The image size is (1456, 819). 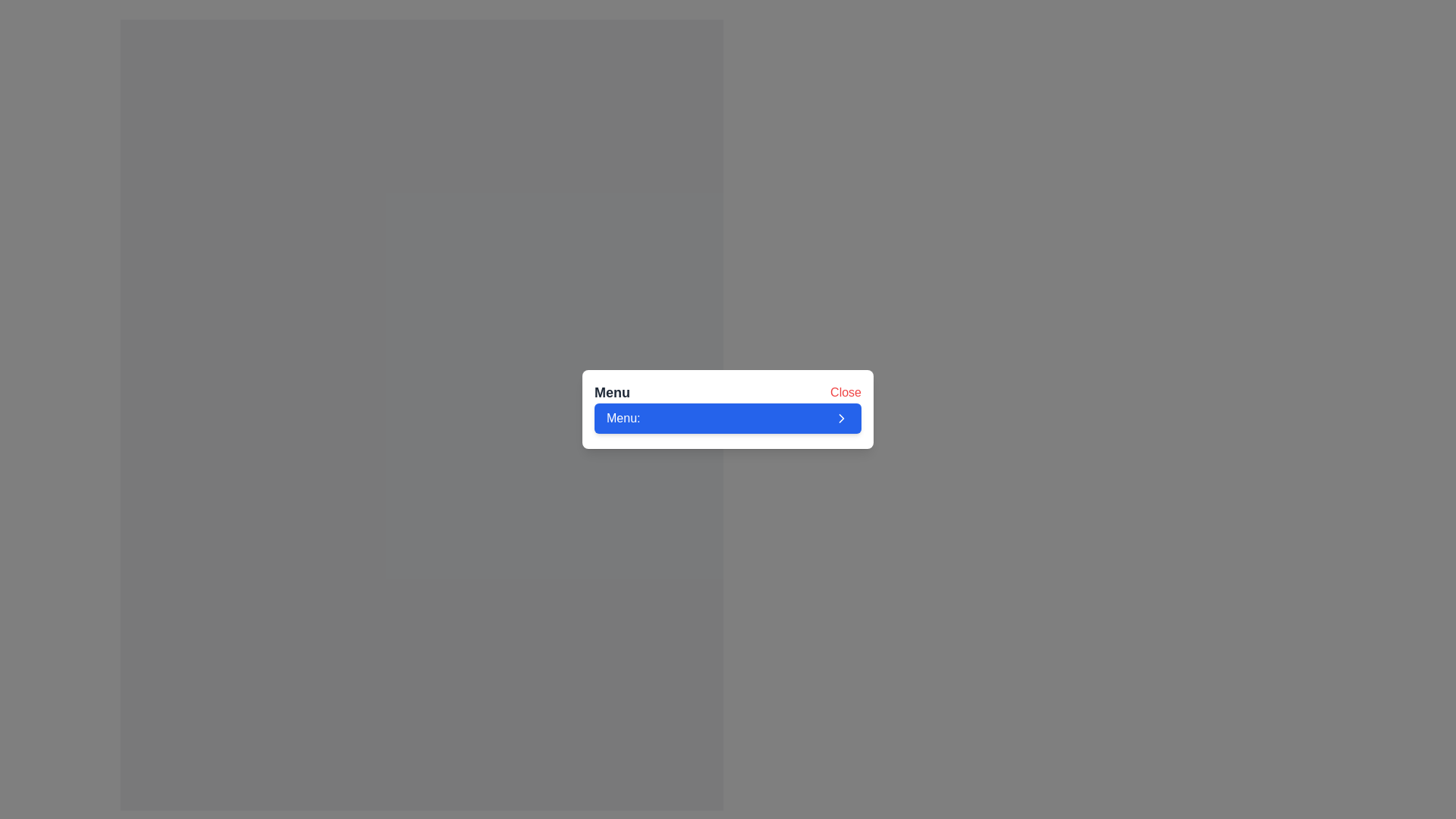 What do you see at coordinates (840, 418) in the screenshot?
I see `the rightward-pointing chevron icon` at bounding box center [840, 418].